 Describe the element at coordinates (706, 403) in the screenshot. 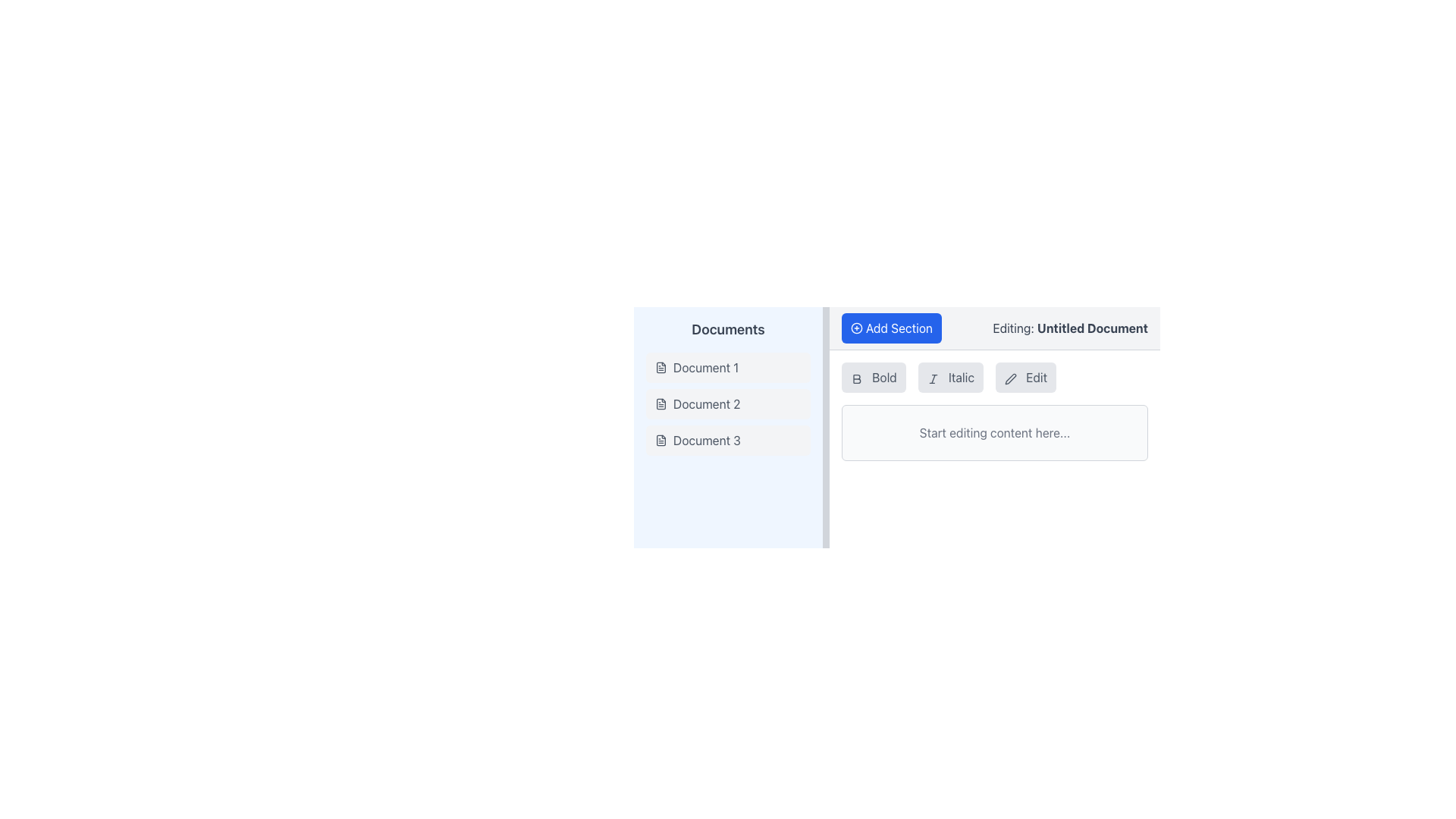

I see `the text 'Document 2'` at that location.